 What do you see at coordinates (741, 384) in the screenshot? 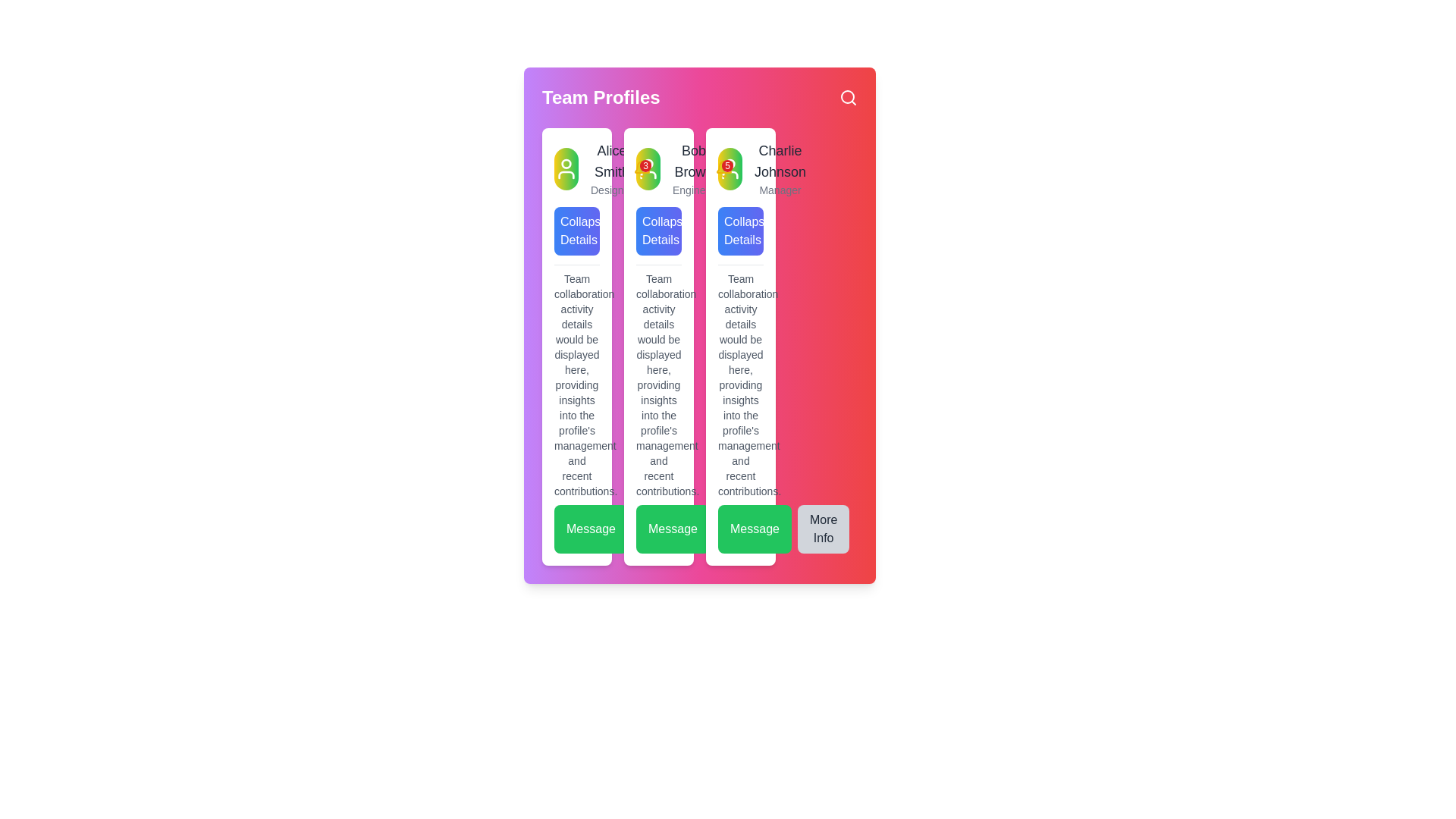
I see `the text block located in the middle of the third card, which is positioned below the 'Collapse Details' button and above the 'Message' button` at bounding box center [741, 384].